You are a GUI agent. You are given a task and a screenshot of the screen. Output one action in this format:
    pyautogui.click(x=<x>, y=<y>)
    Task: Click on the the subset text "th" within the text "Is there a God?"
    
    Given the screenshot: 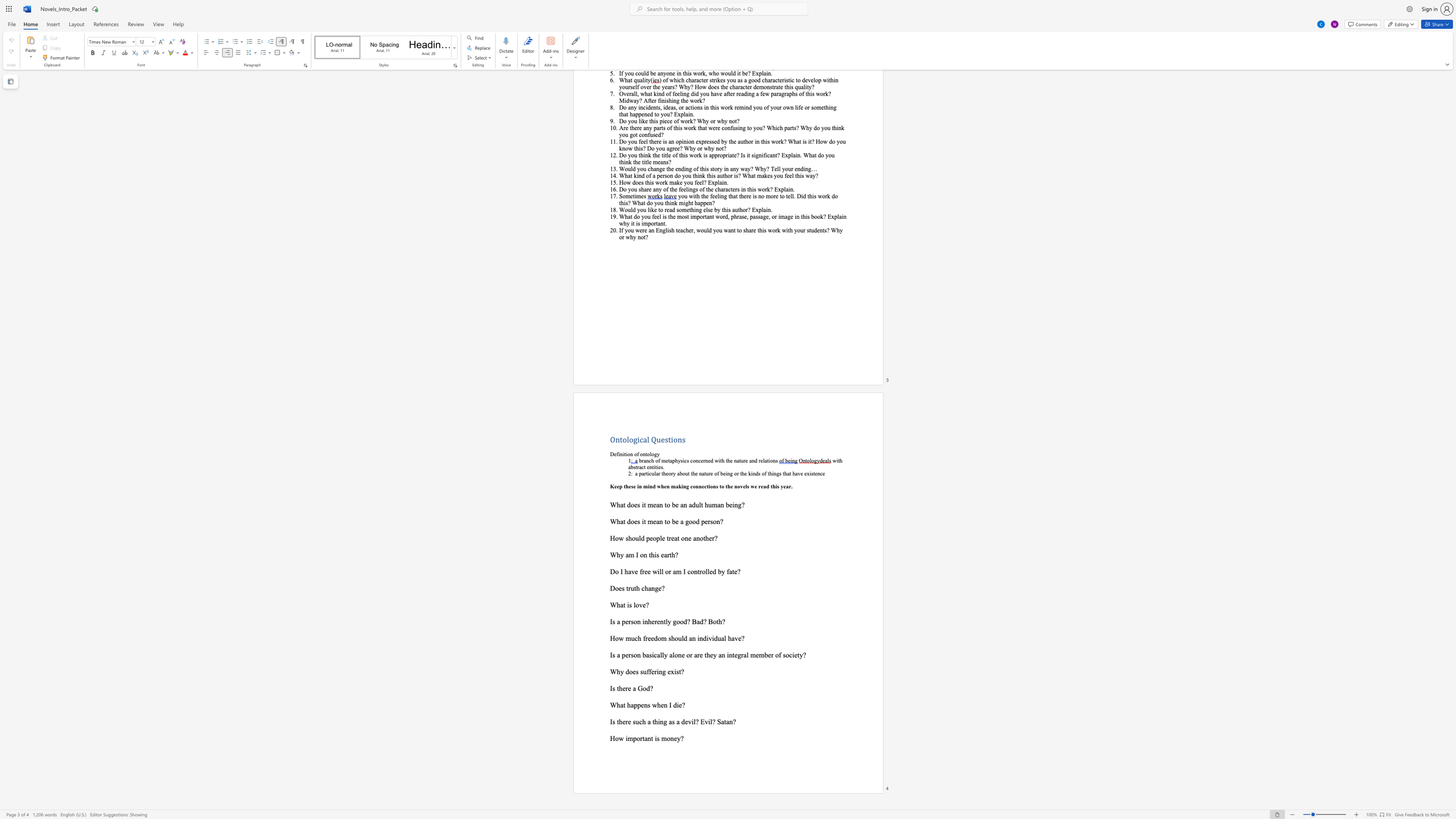 What is the action you would take?
    pyautogui.click(x=617, y=688)
    